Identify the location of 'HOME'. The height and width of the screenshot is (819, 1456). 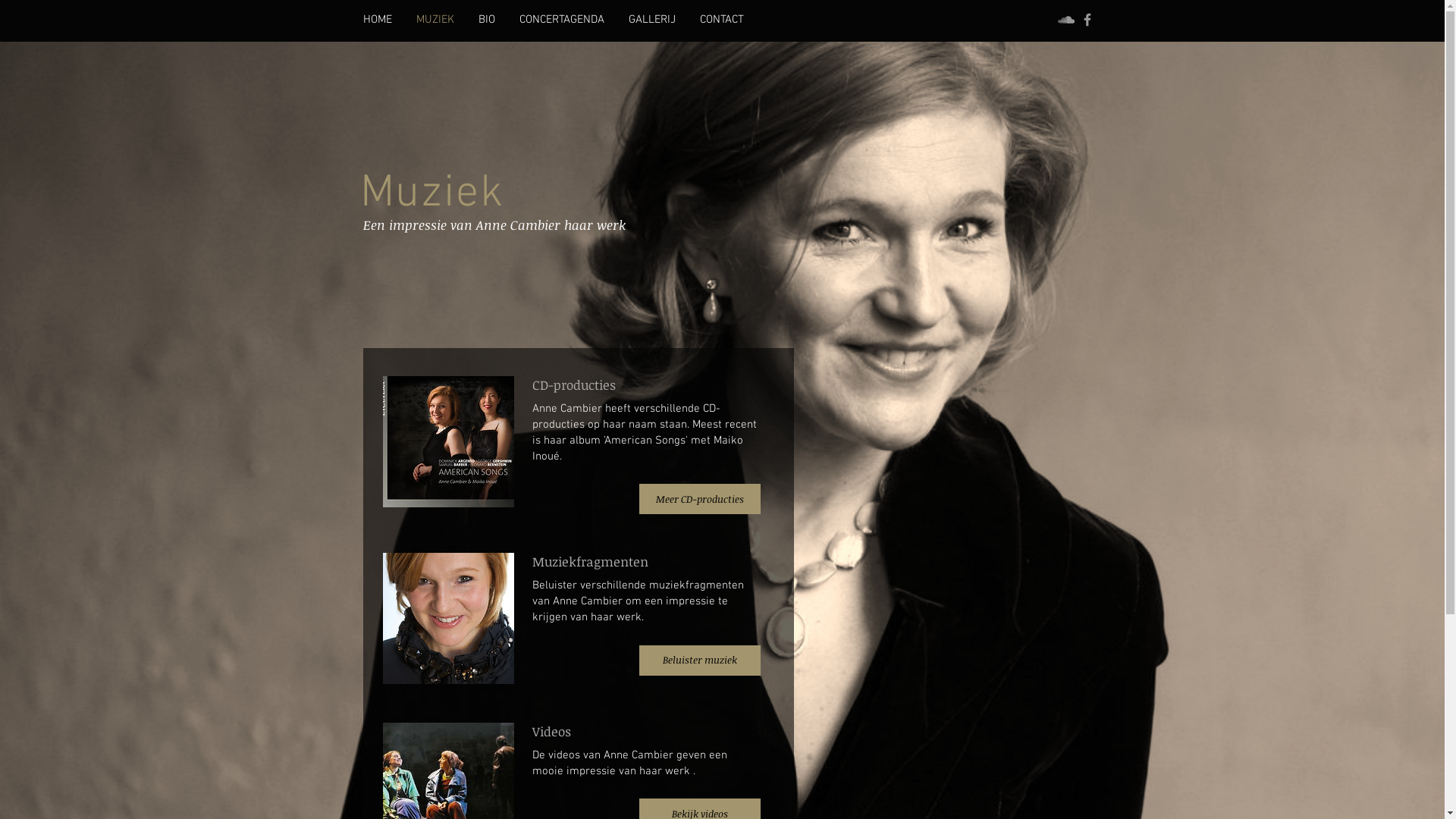
(377, 20).